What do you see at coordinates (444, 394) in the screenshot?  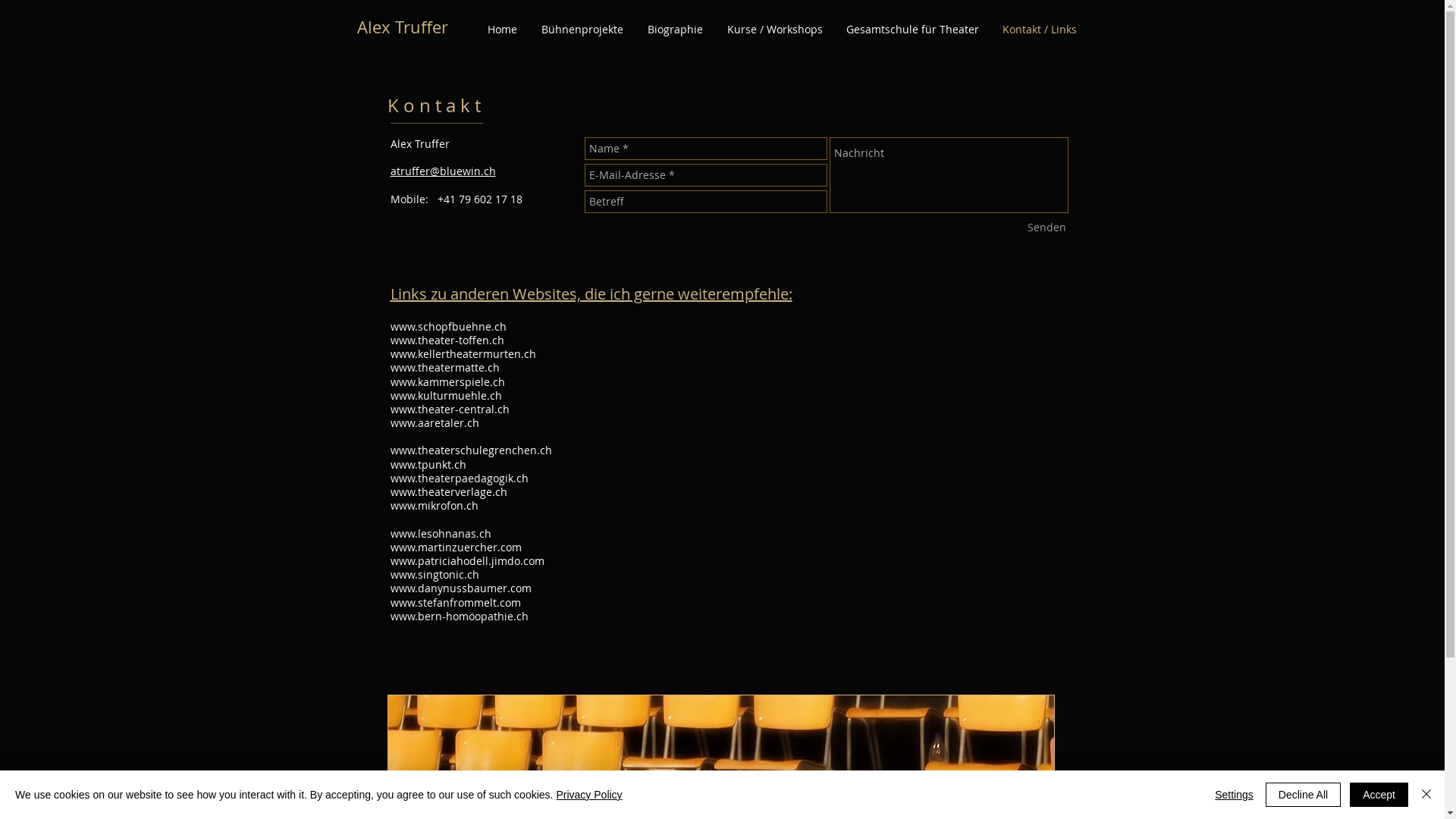 I see `'www.kulturmuehle.ch'` at bounding box center [444, 394].